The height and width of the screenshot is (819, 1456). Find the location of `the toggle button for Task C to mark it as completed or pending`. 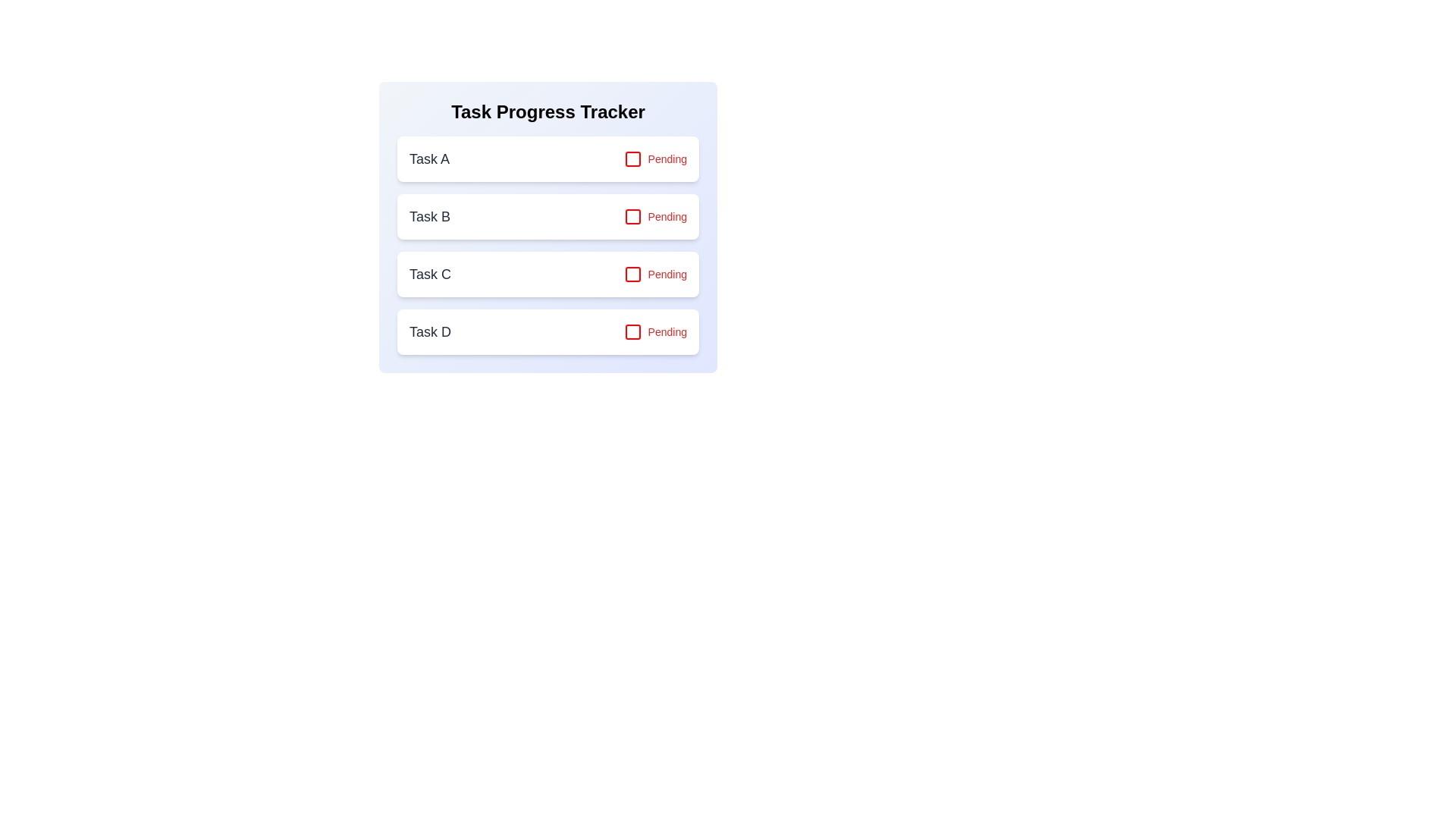

the toggle button for Task C to mark it as completed or pending is located at coordinates (655, 275).